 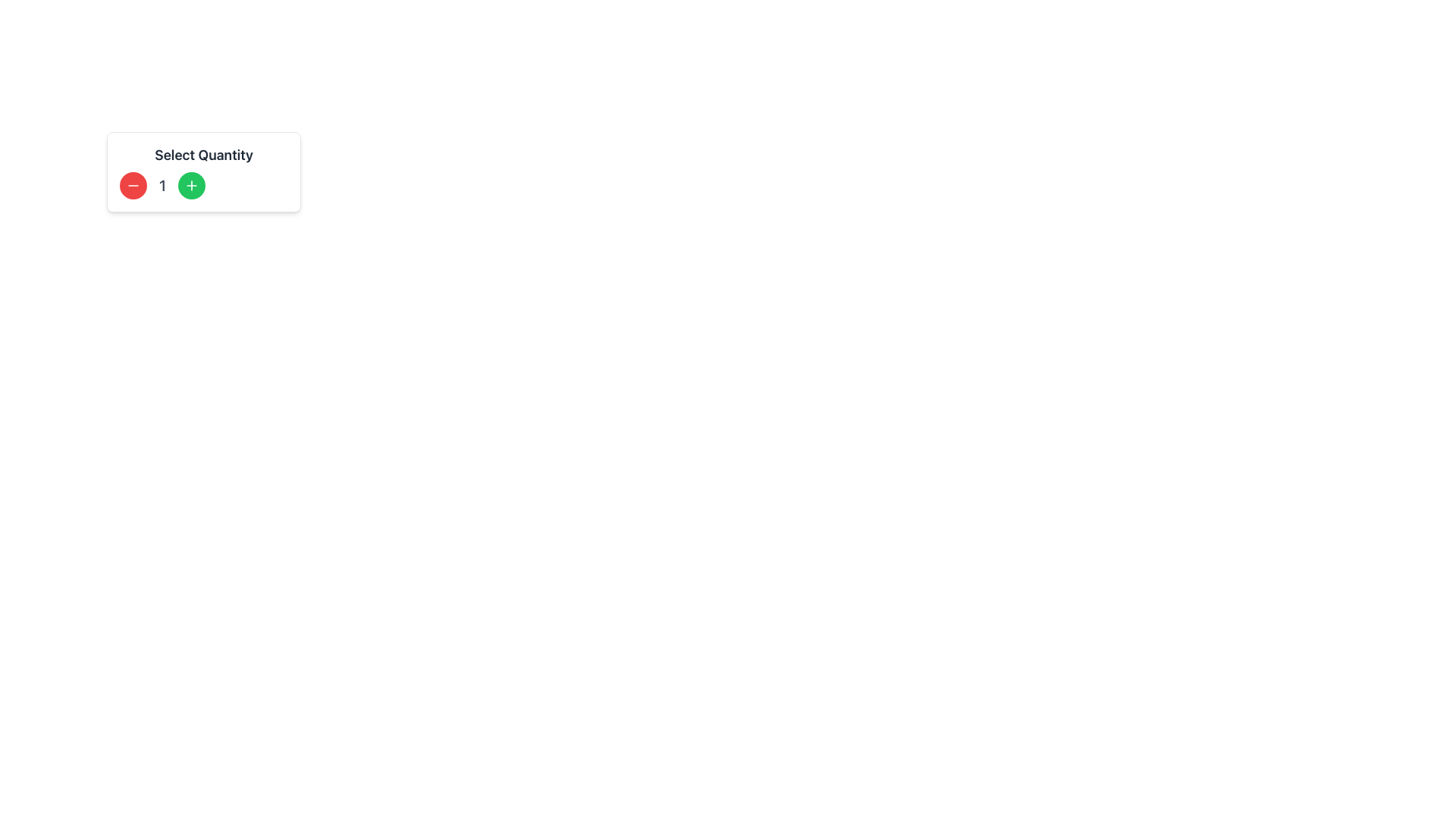 What do you see at coordinates (191, 185) in the screenshot?
I see `the green circular button with a white plus sign to increase the quantity` at bounding box center [191, 185].